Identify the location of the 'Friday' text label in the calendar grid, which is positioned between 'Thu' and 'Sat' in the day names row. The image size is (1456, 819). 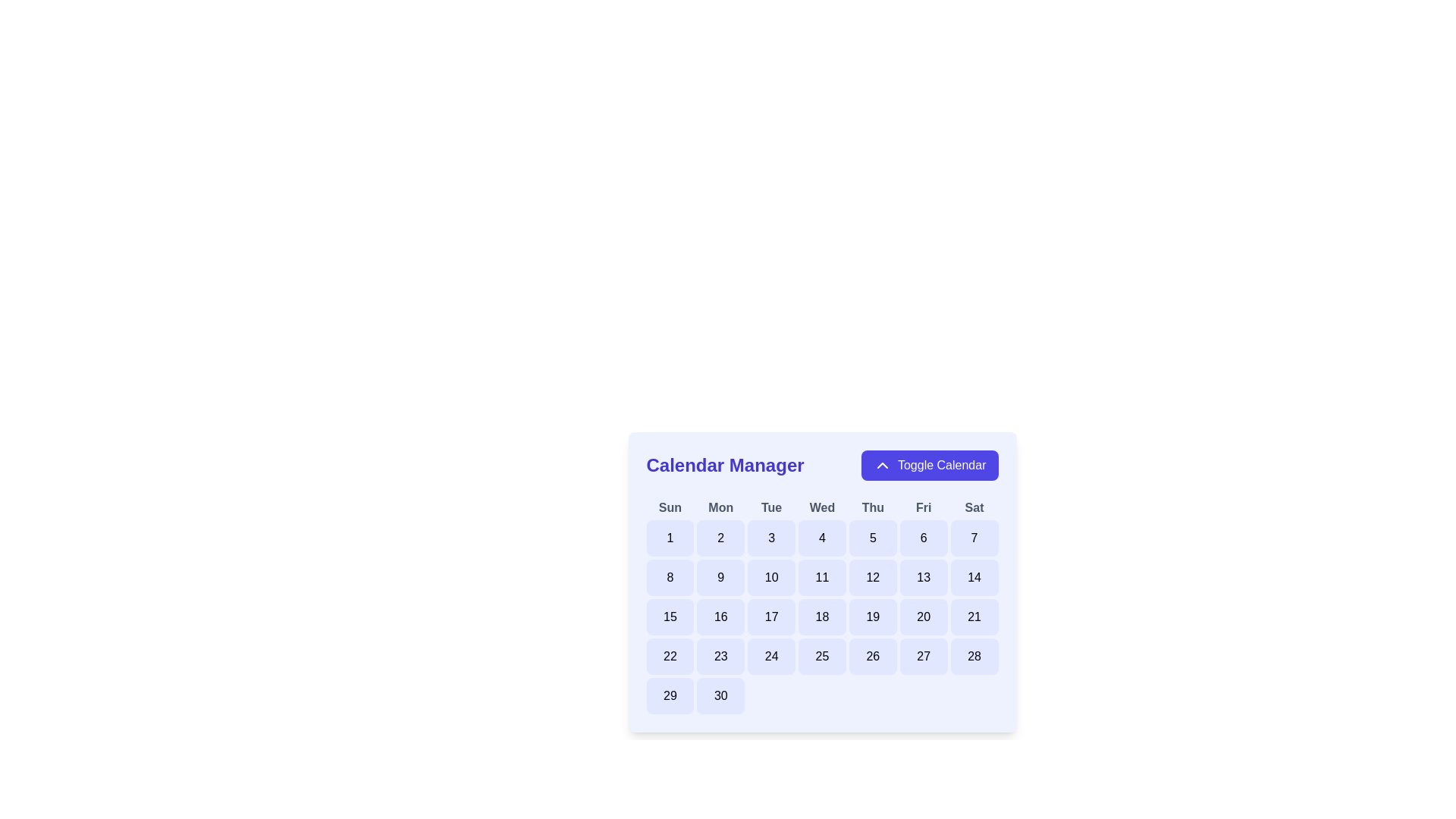
(923, 508).